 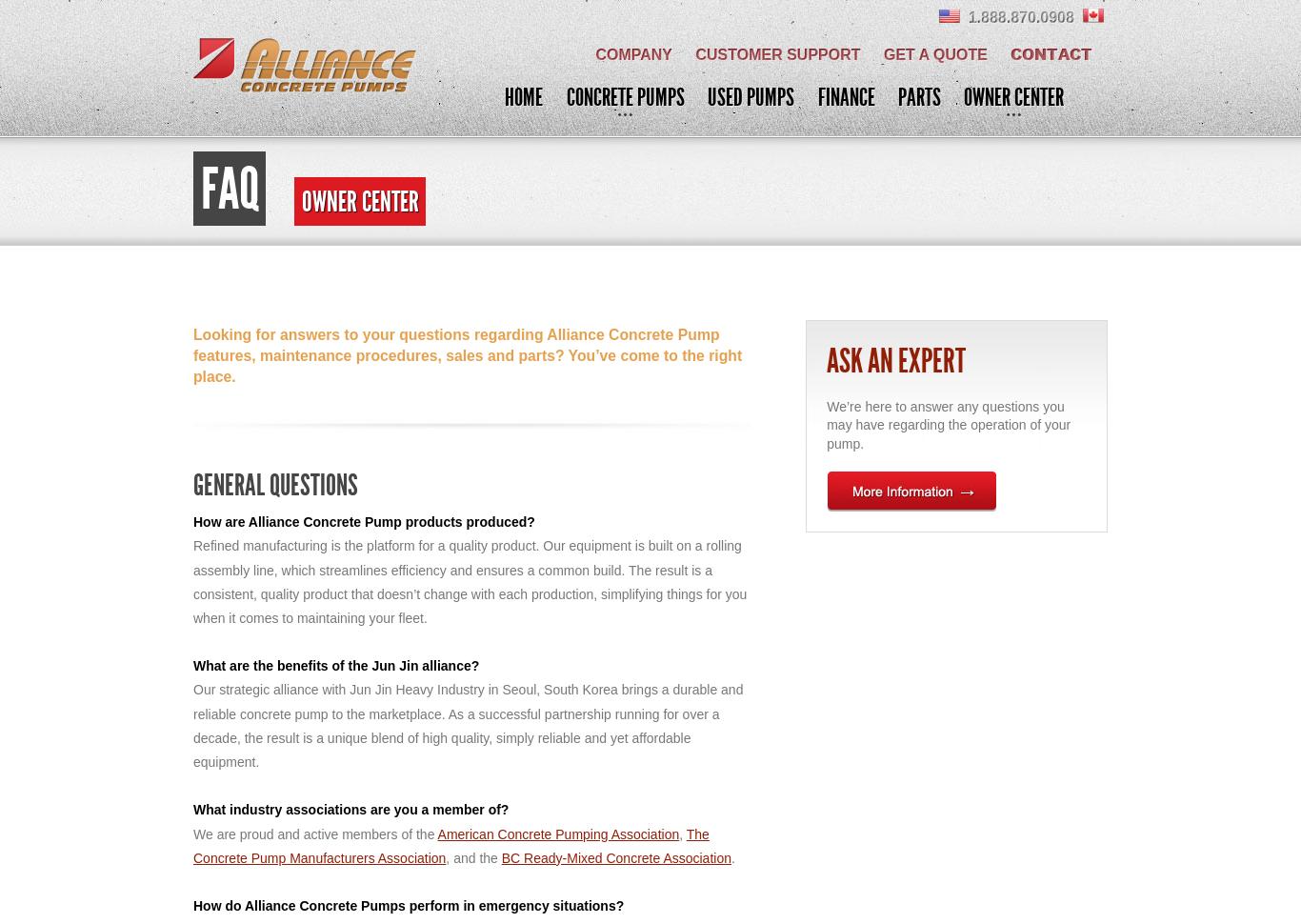 What do you see at coordinates (679, 834) in the screenshot?
I see `','` at bounding box center [679, 834].